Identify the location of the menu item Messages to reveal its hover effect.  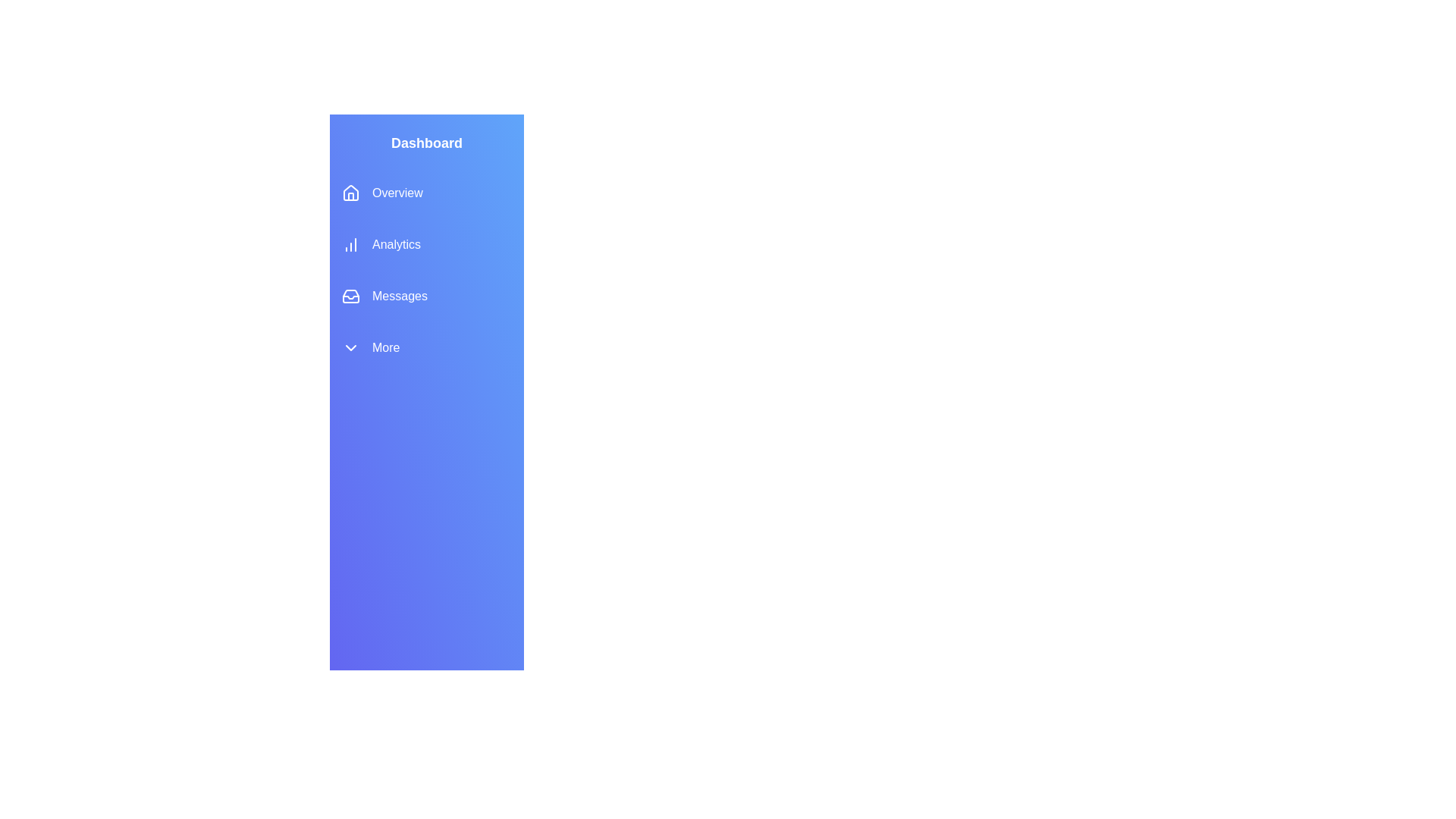
(425, 296).